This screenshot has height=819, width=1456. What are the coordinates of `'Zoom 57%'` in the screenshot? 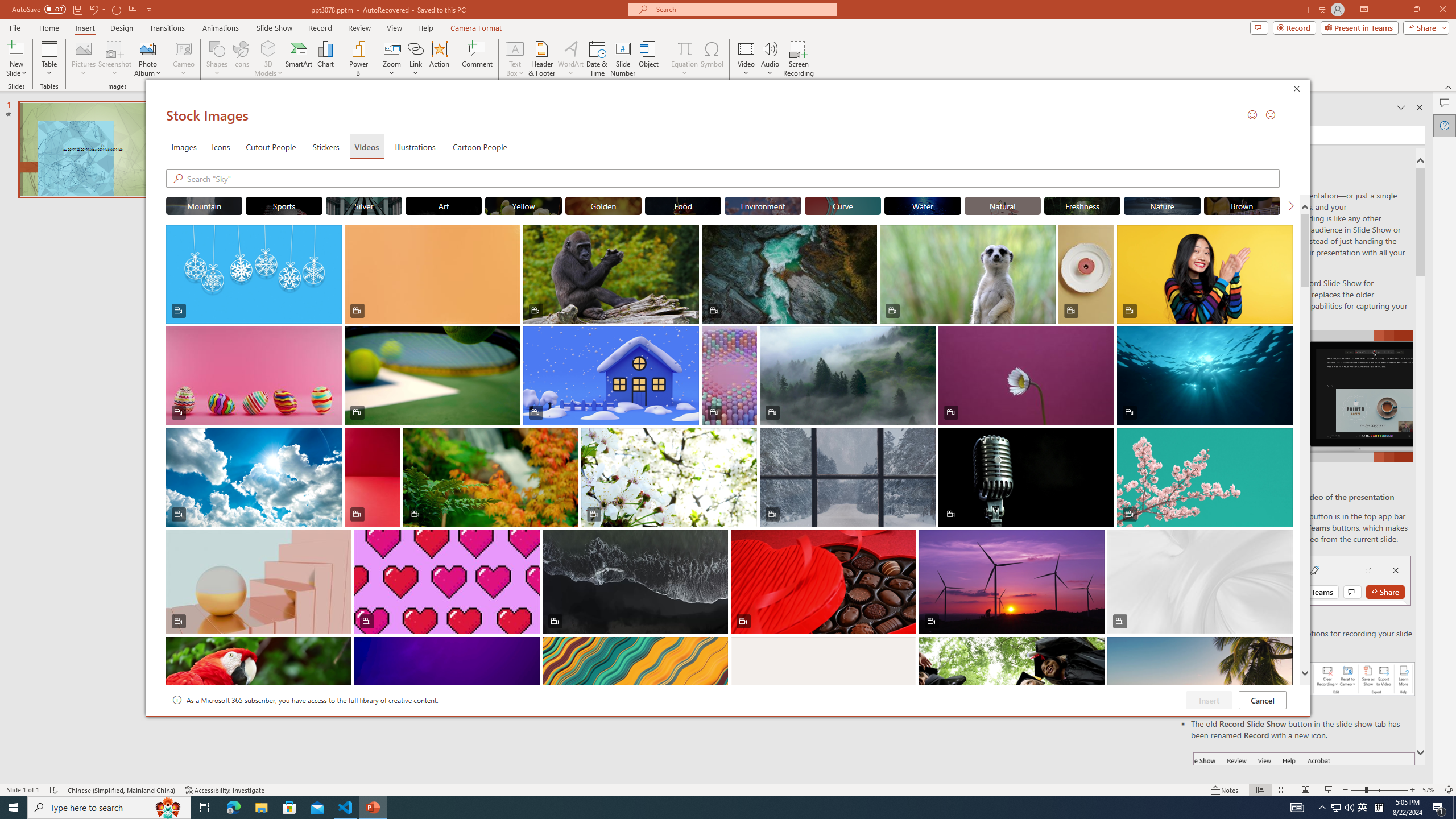 It's located at (1430, 790).